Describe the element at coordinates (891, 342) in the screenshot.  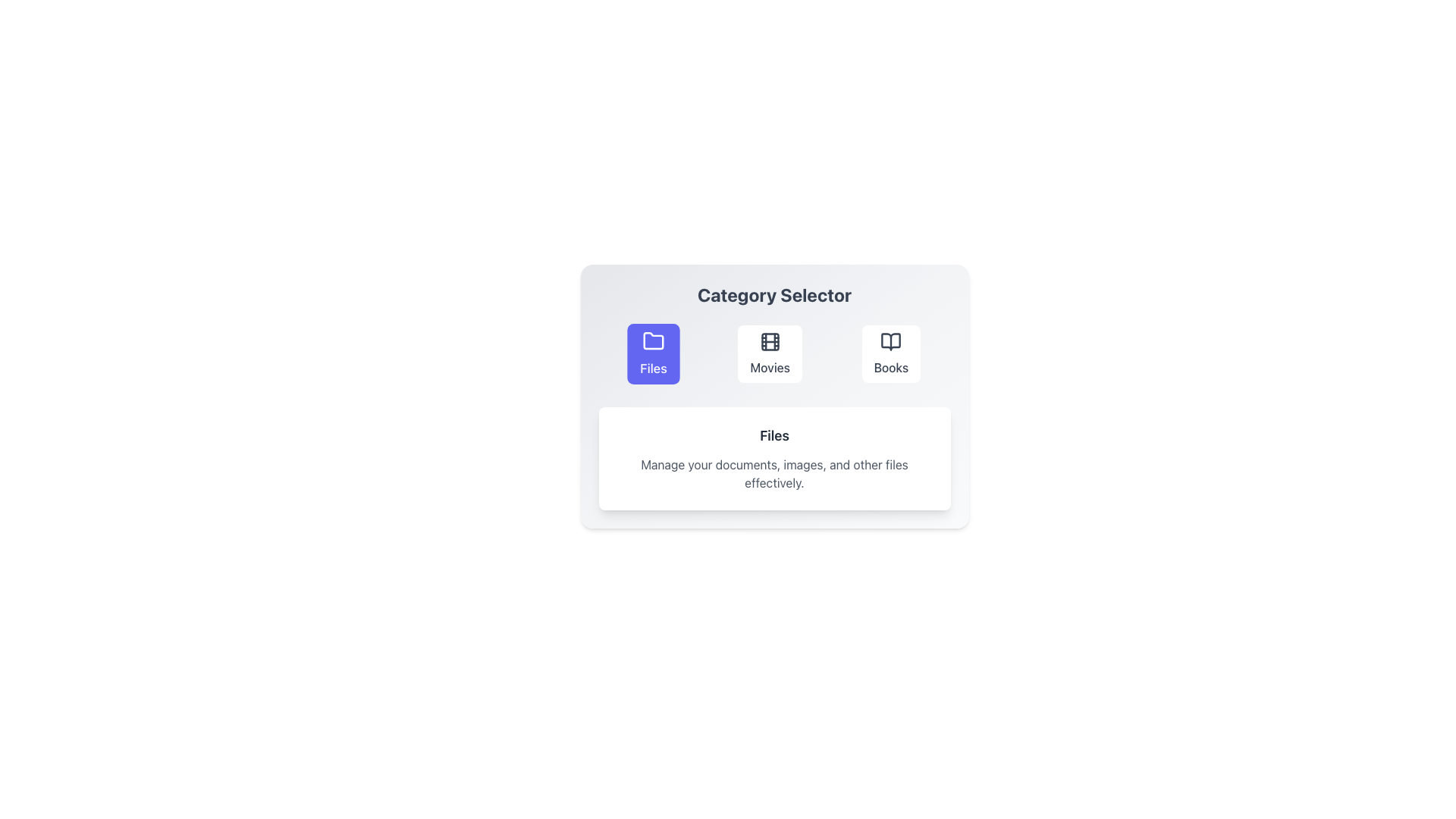
I see `the book icon in the 'Books' category card, which is styled with a thin outline and has a central vertical separation, located at the center coordinates provided` at that location.